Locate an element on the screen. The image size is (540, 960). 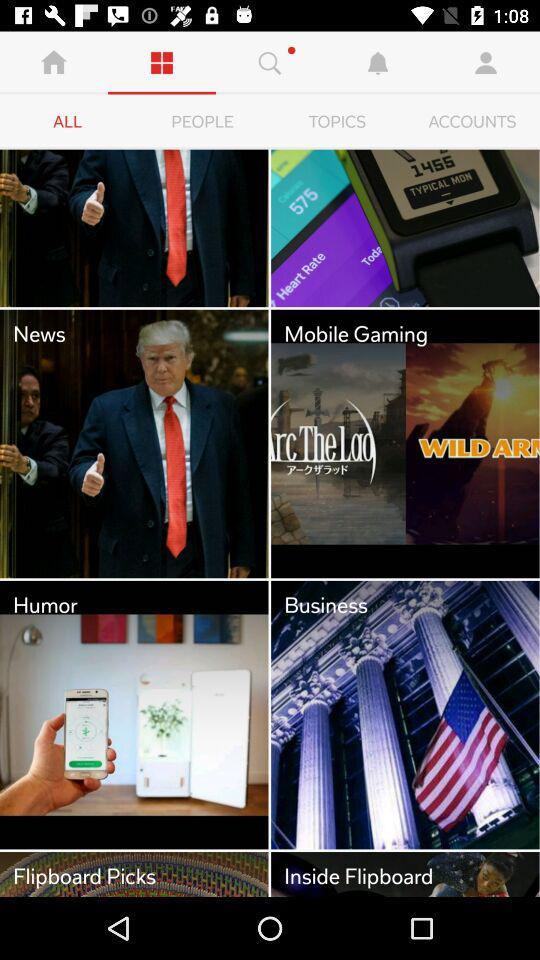
icon next to the topics item is located at coordinates (472, 121).